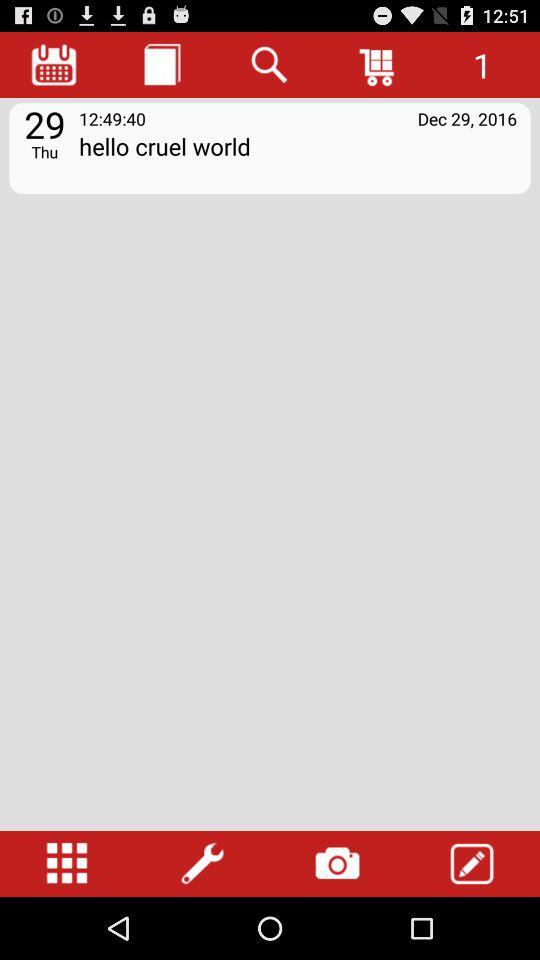  Describe the element at coordinates (161, 64) in the screenshot. I see `journal entries` at that location.